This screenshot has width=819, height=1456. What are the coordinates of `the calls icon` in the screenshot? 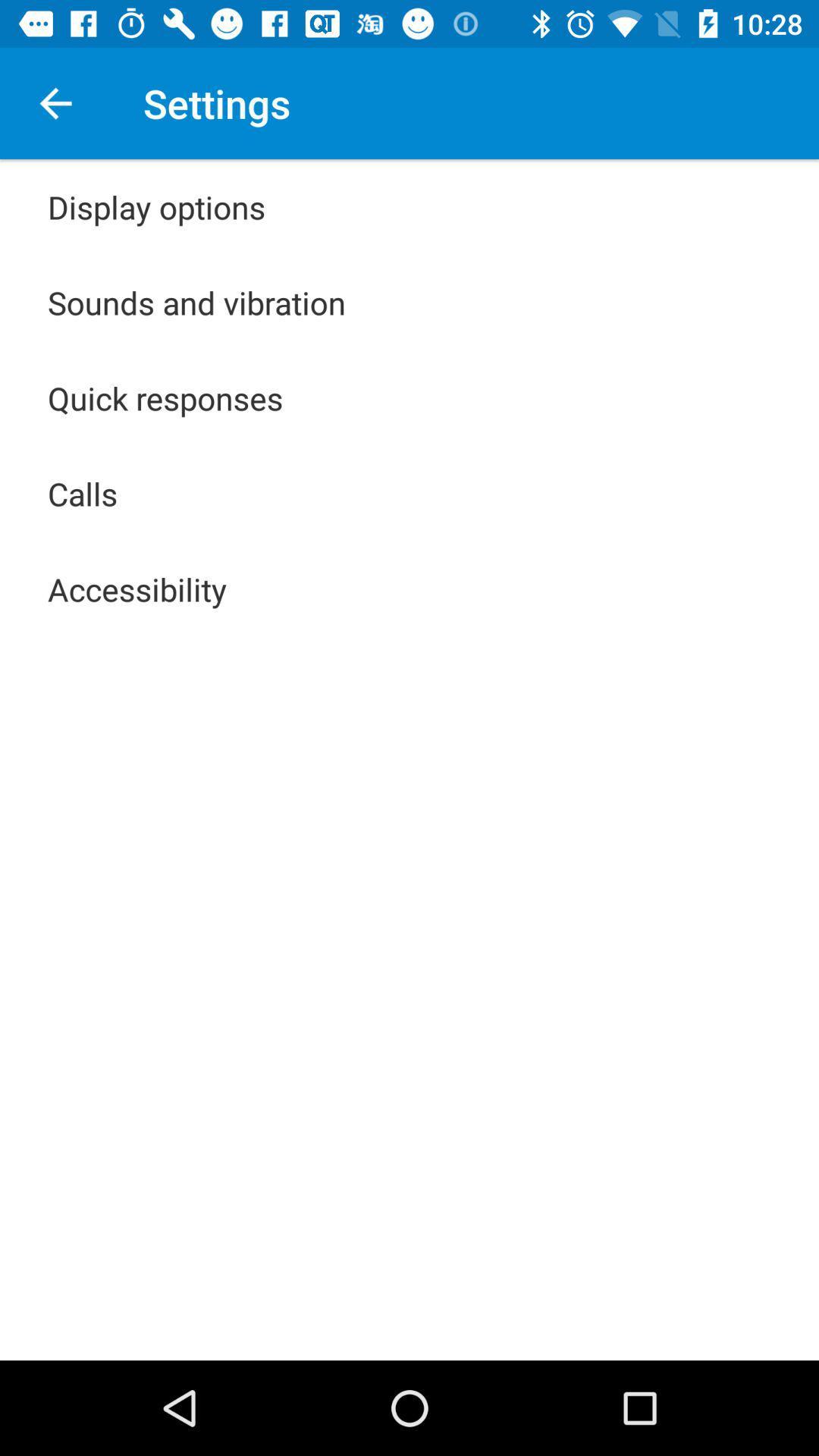 It's located at (83, 494).